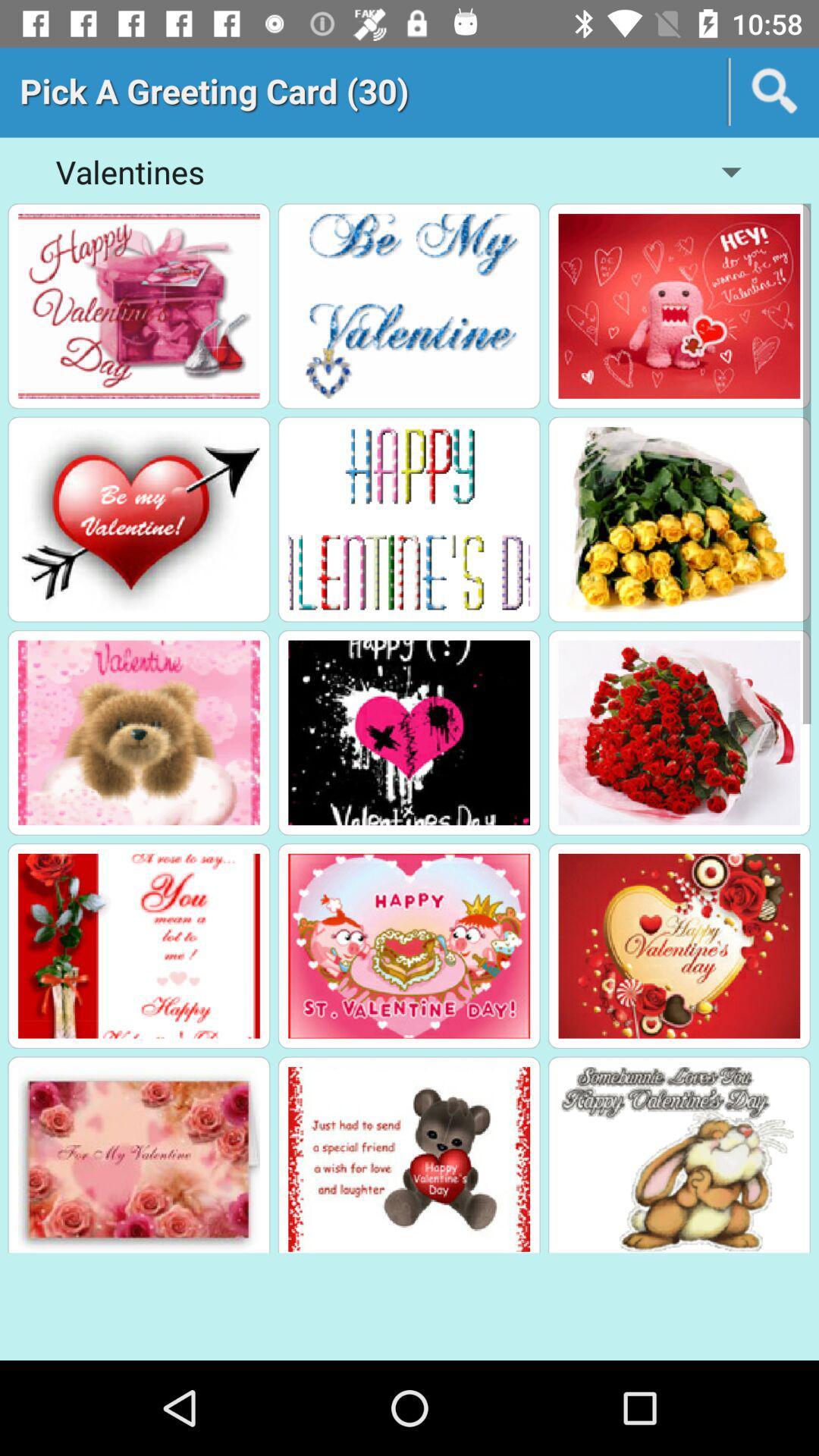 The width and height of the screenshot is (819, 1456). What do you see at coordinates (139, 733) in the screenshot?
I see `the card` at bounding box center [139, 733].